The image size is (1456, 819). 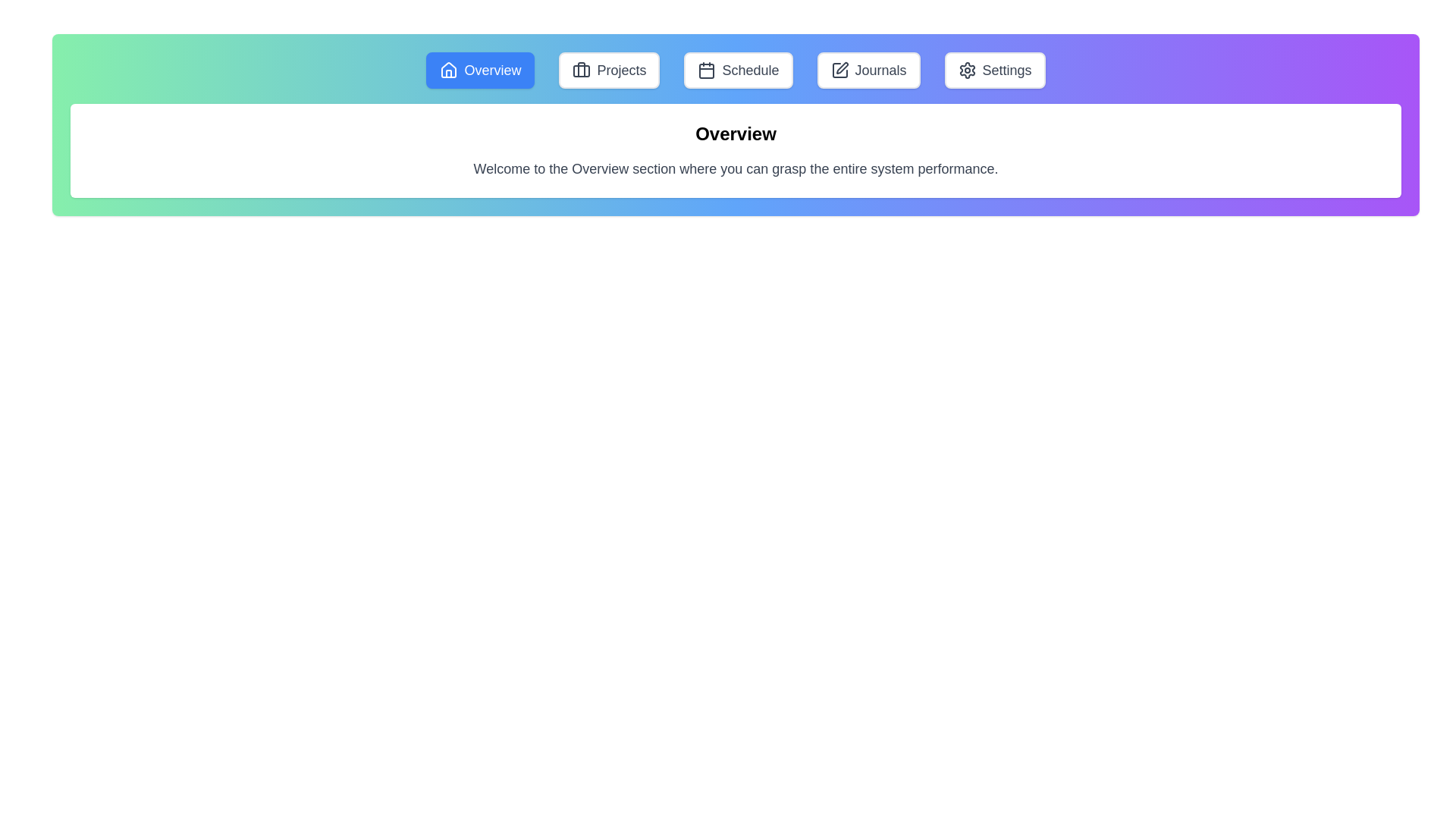 What do you see at coordinates (839, 70) in the screenshot?
I see `the left-hand portion of the SVG icon representing a square within the 'Journals' button in the top navigation bar, which has rounded corners and a border` at bounding box center [839, 70].